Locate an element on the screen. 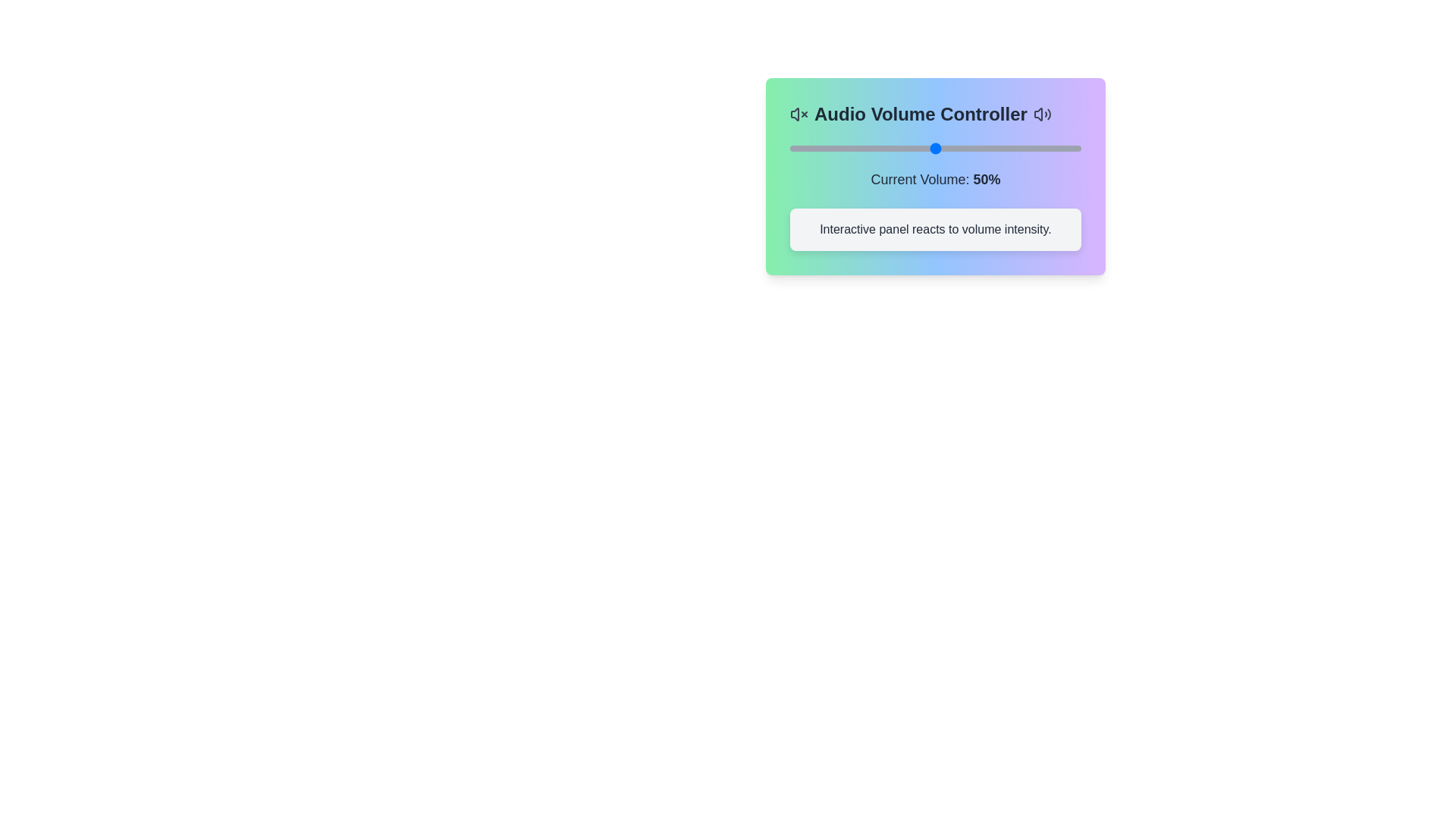 This screenshot has height=819, width=1456. the volume slider to 15% is located at coordinates (833, 149).